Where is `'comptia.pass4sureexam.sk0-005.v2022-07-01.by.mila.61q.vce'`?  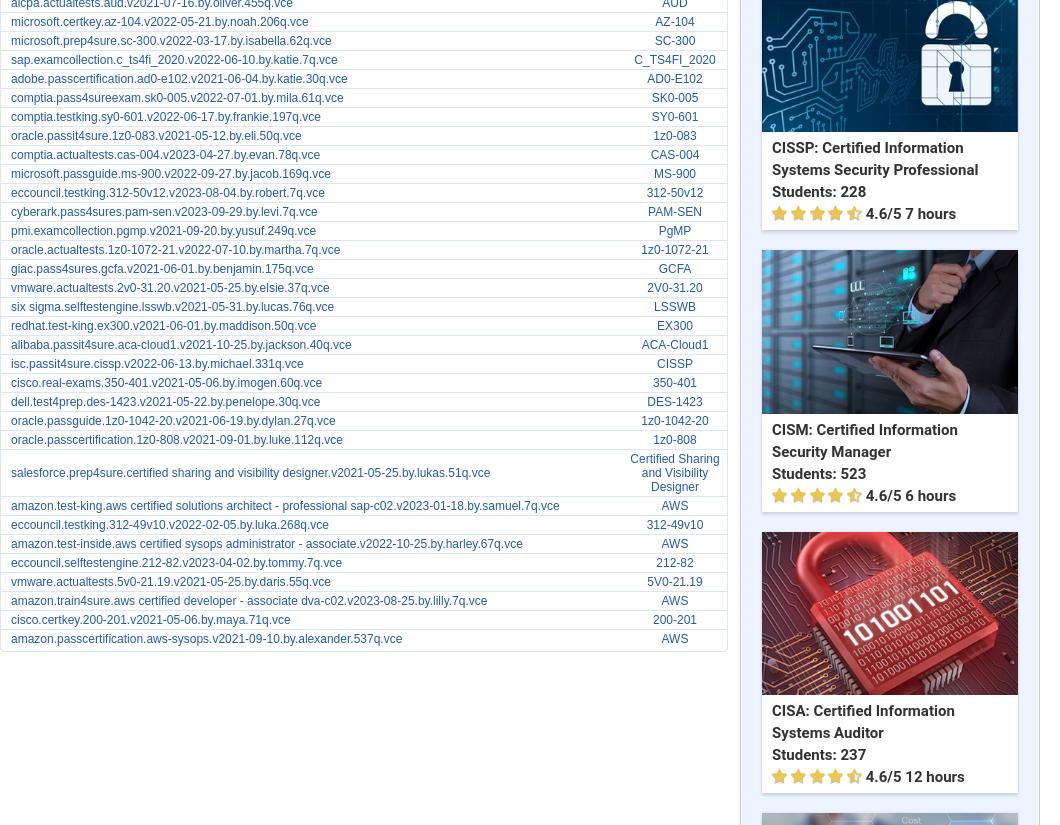 'comptia.pass4sureexam.sk0-005.v2022-07-01.by.mila.61q.vce' is located at coordinates (176, 98).